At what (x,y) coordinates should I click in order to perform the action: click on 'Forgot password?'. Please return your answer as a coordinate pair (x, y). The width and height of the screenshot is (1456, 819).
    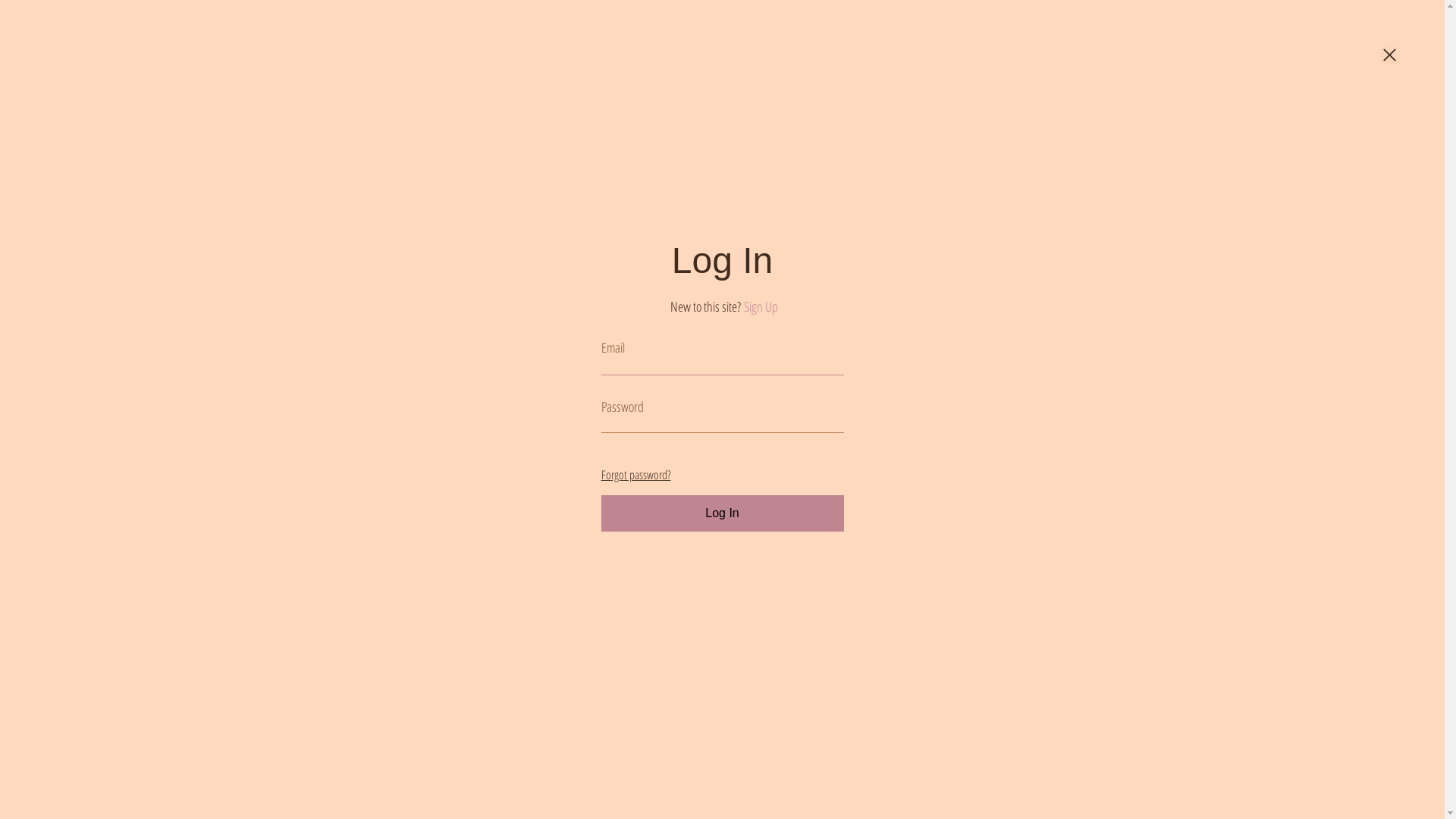
    Looking at the image, I should click on (635, 474).